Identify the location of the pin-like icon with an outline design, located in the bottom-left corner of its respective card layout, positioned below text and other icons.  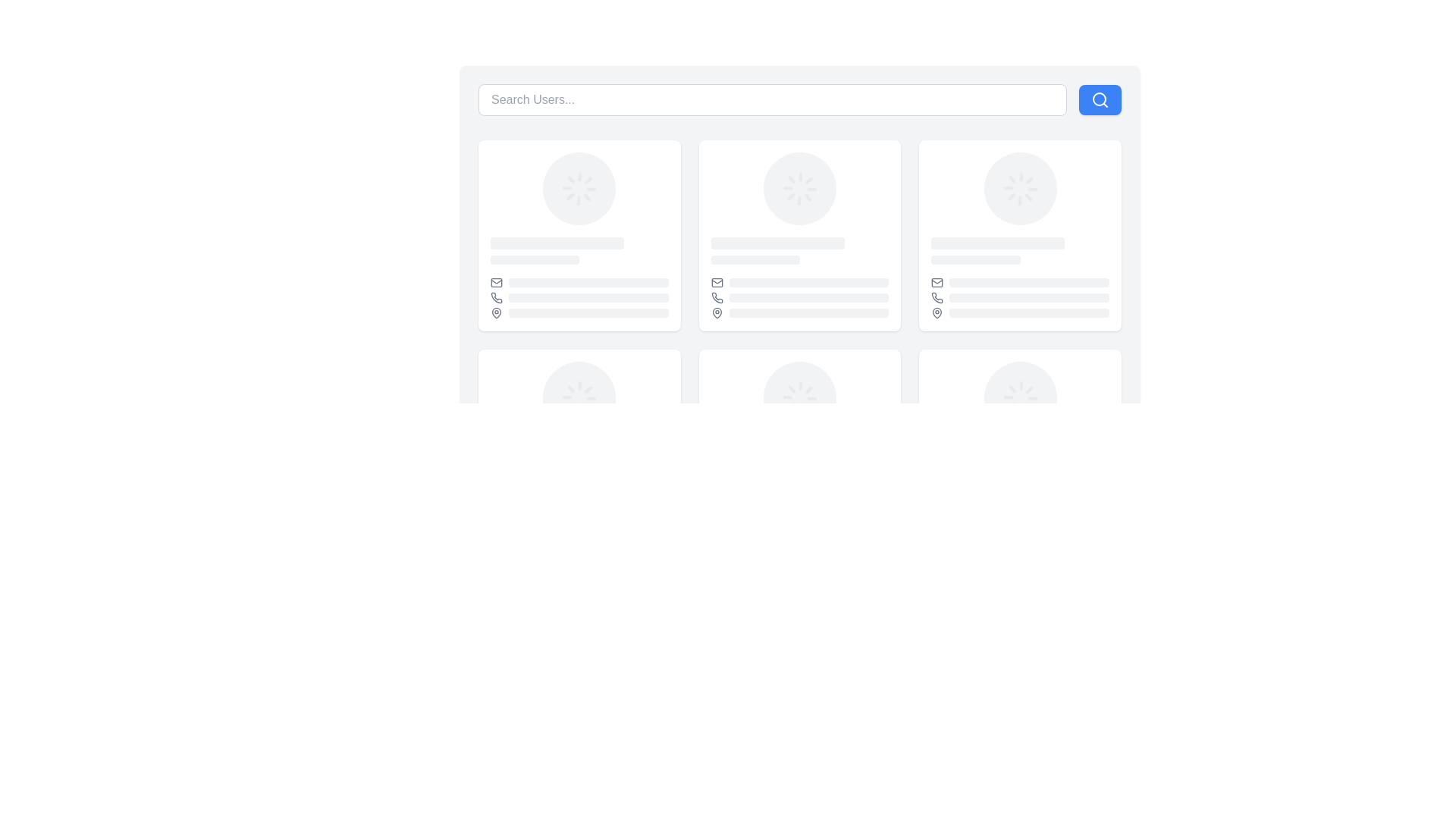
(496, 312).